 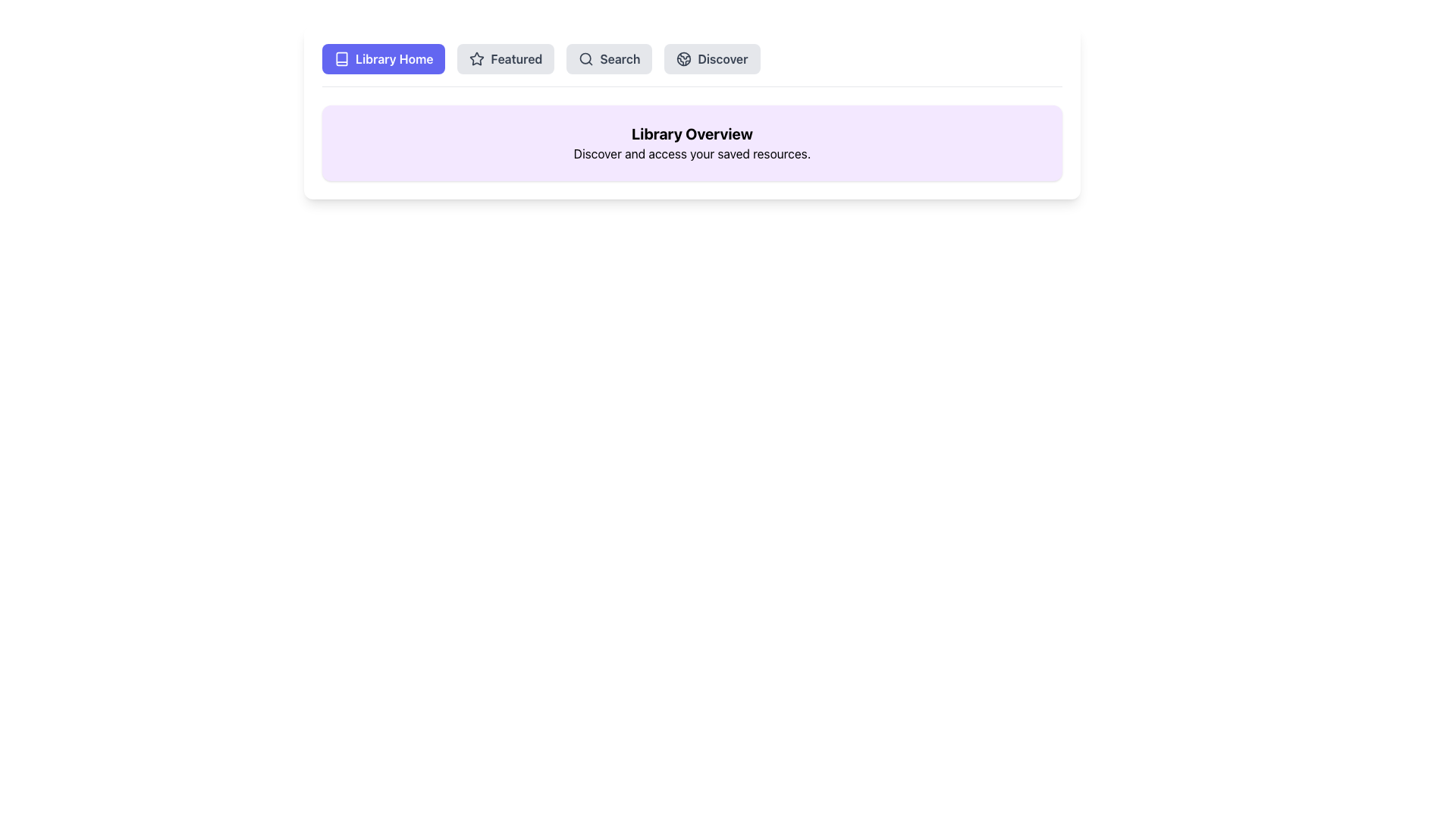 What do you see at coordinates (506, 58) in the screenshot?
I see `the 'Featured' button, which is the second button in a row of four buttons` at bounding box center [506, 58].